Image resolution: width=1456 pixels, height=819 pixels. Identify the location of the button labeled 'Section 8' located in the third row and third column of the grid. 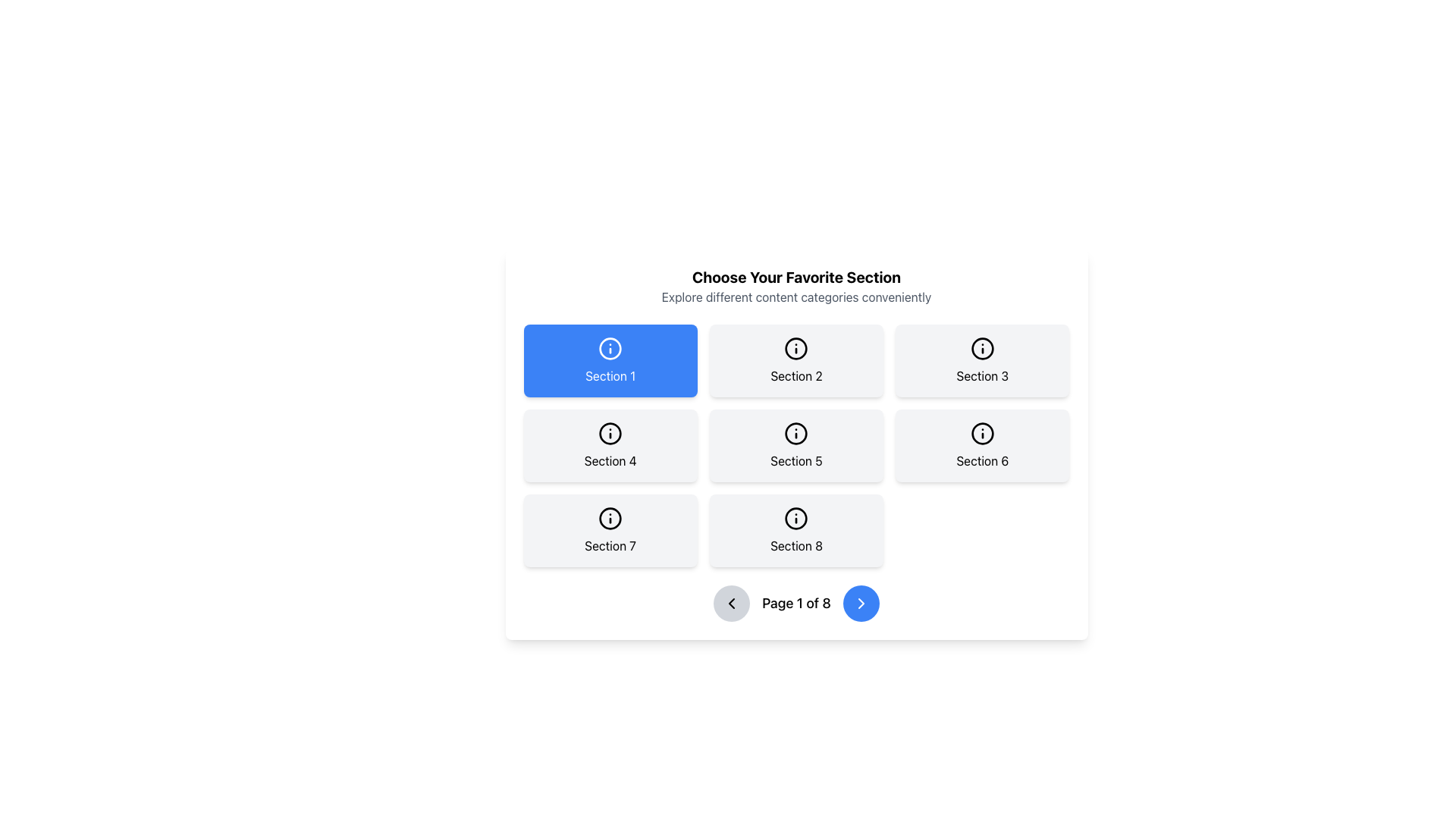
(795, 529).